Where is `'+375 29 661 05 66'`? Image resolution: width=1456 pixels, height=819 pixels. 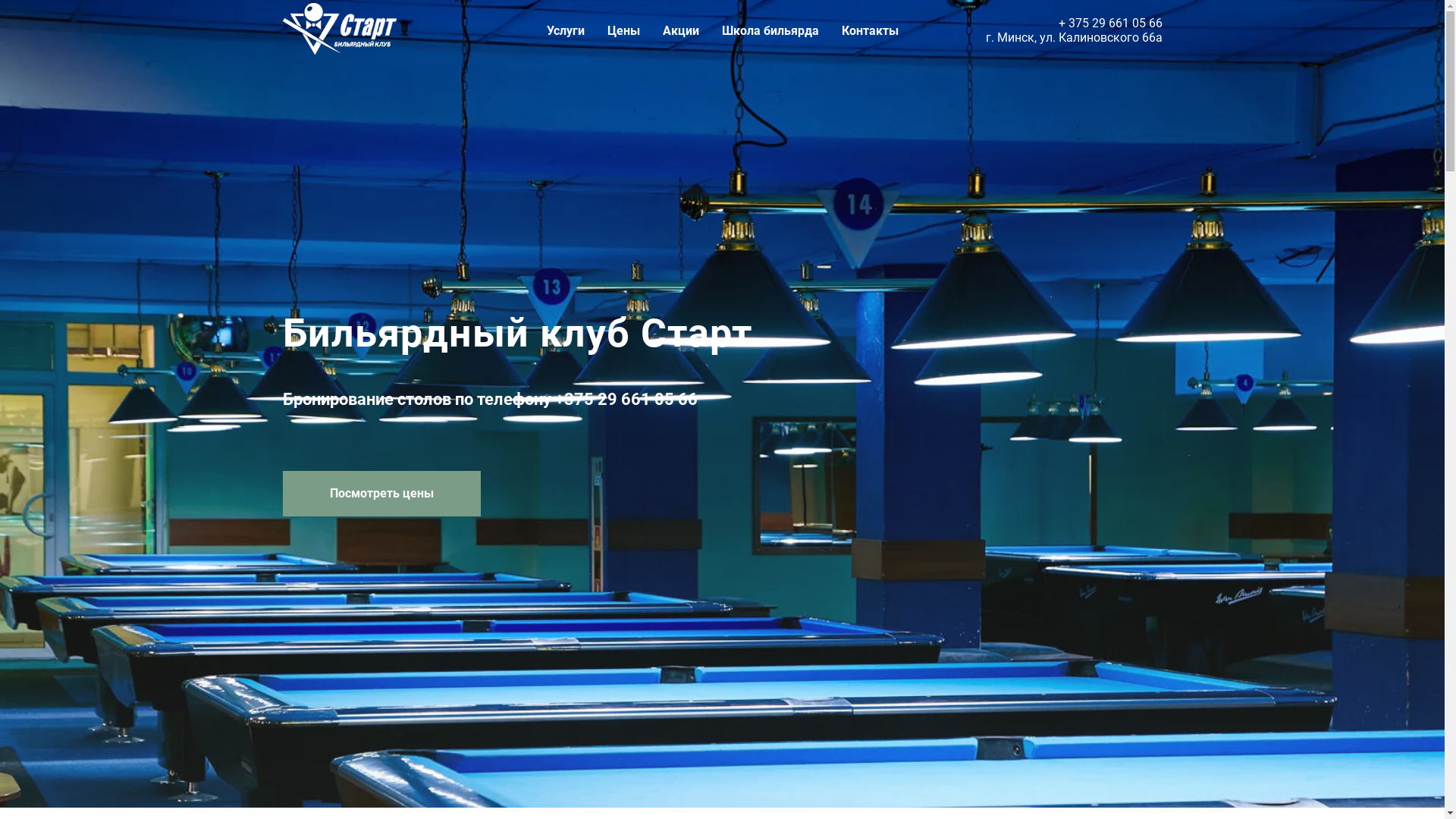 '+375 29 661 05 66' is located at coordinates (554, 398).